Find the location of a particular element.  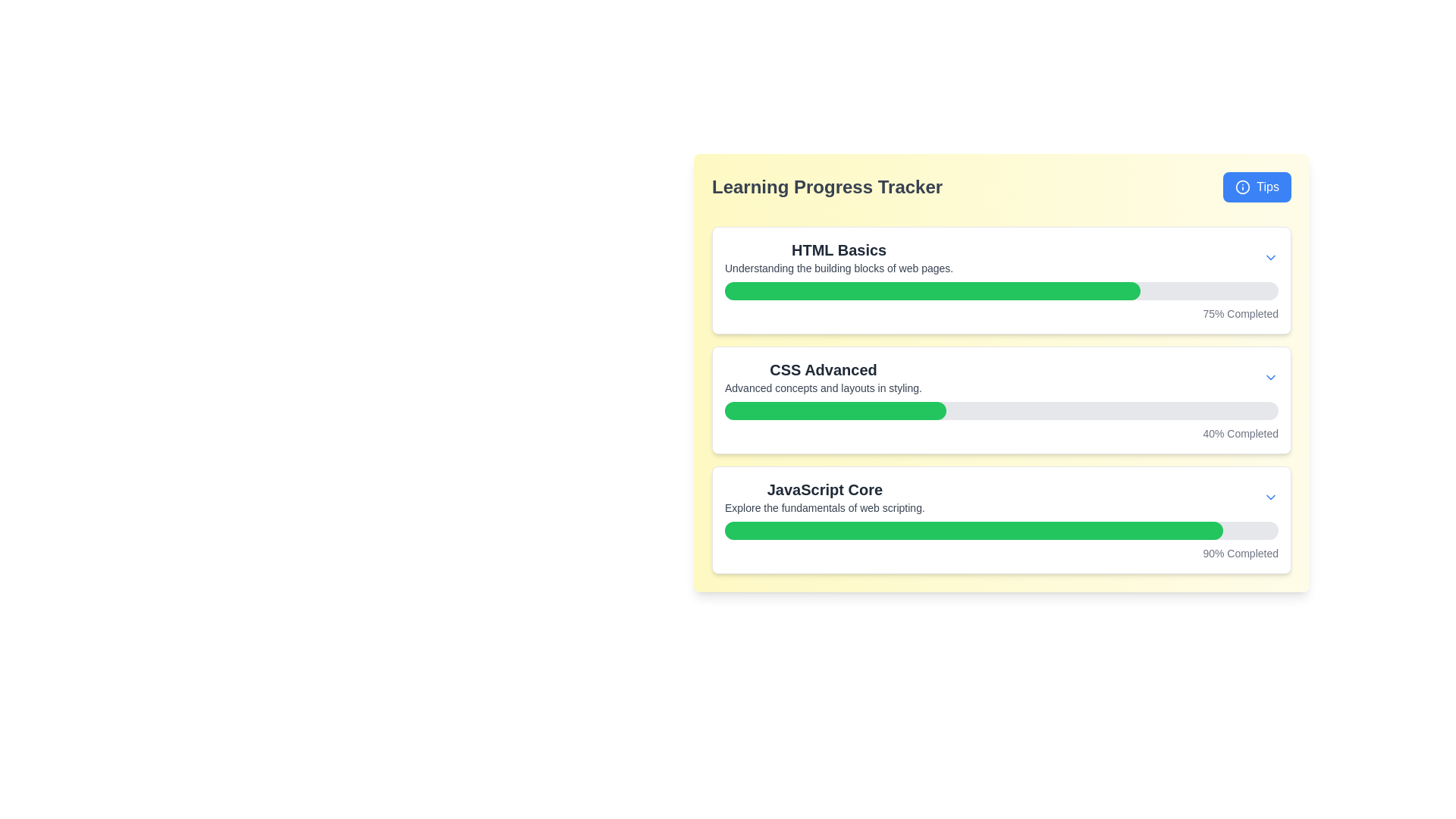

the text label 'JavaScript Core', which serves as the primary heading indicating the main topic of the content in the Learning Progress Tracker is located at coordinates (824, 489).